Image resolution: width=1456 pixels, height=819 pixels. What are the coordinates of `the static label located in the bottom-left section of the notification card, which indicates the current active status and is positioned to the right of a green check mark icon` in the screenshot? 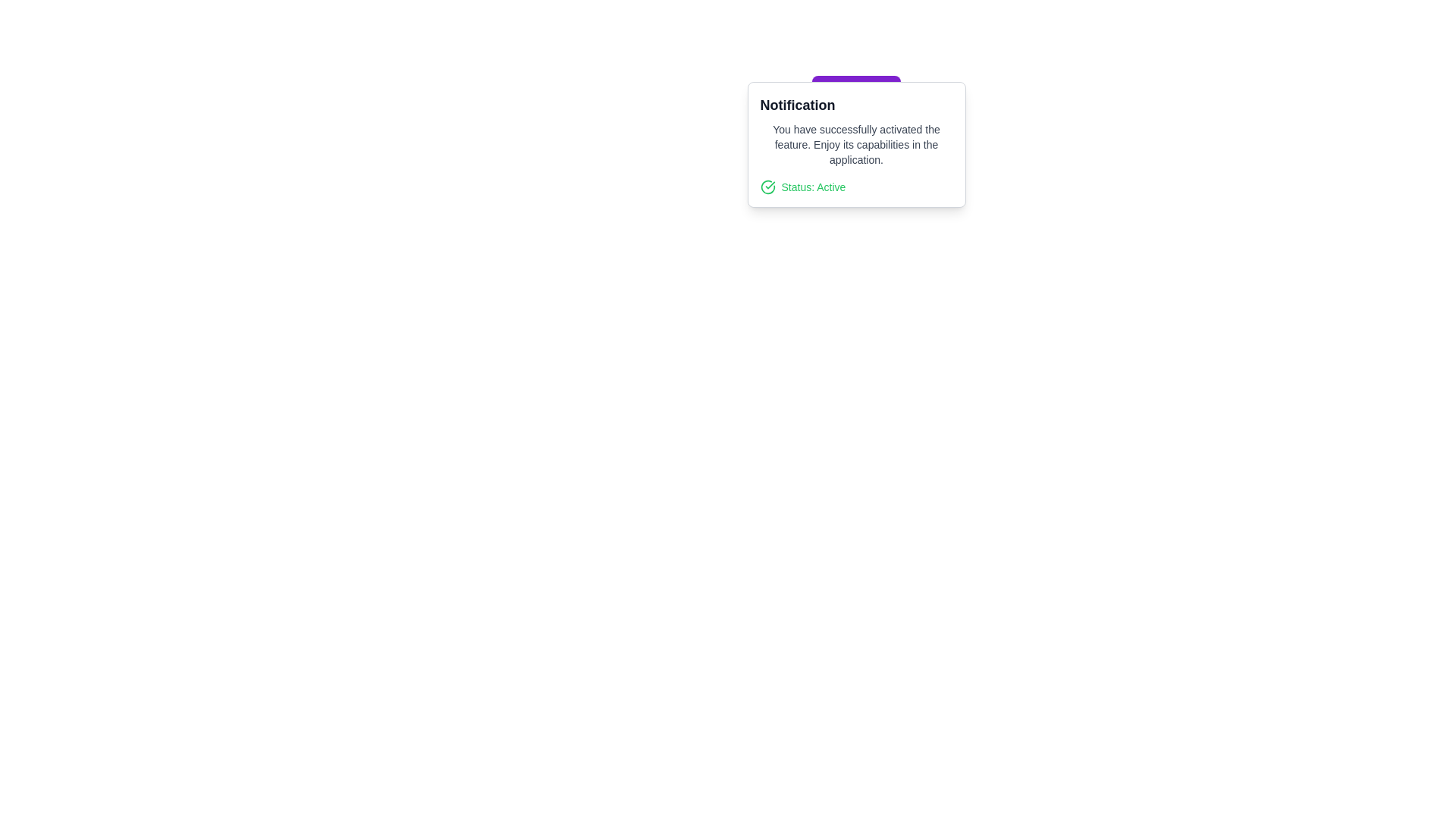 It's located at (812, 186).